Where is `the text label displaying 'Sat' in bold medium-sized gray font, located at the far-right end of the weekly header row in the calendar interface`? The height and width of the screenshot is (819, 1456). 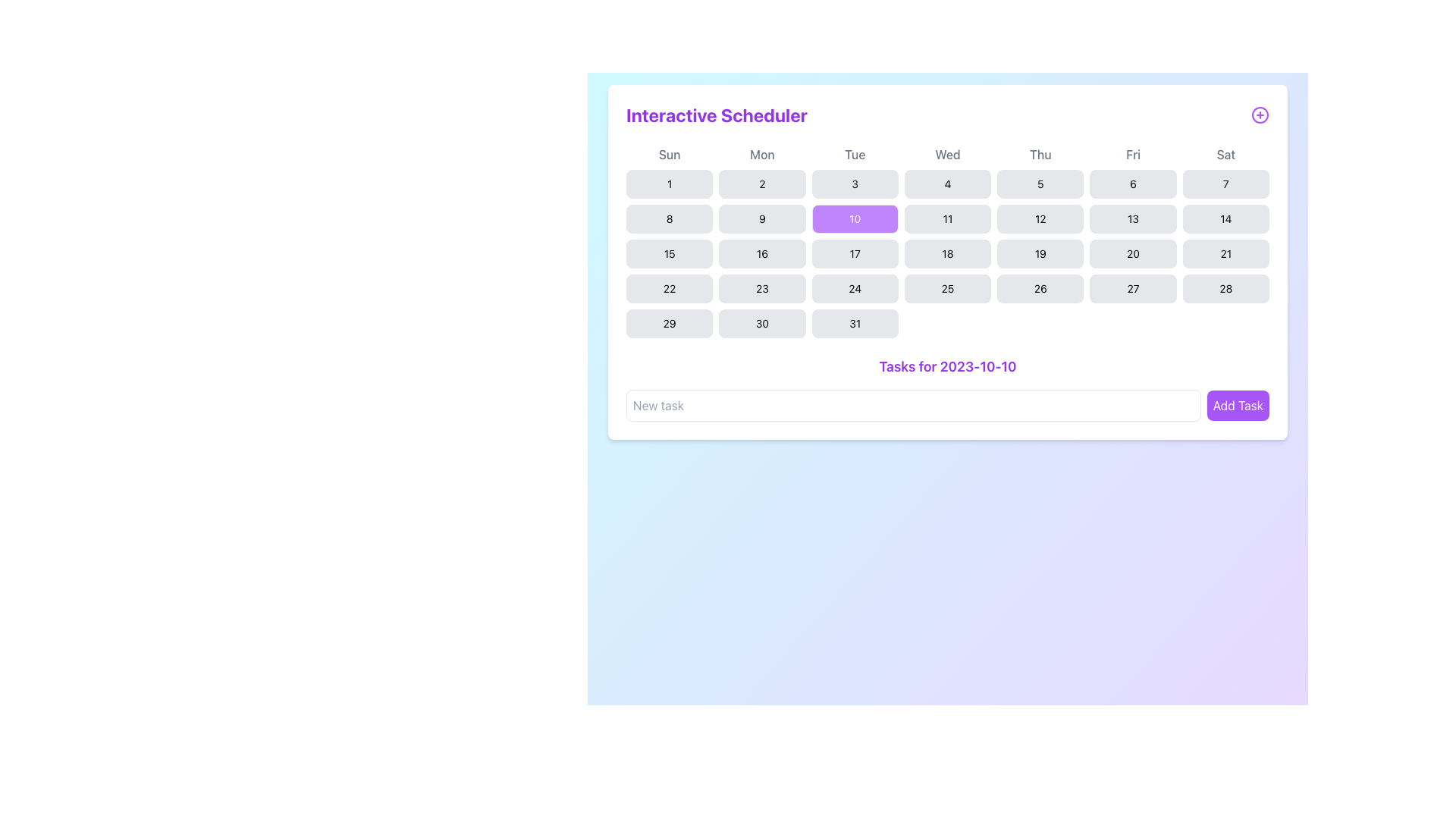 the text label displaying 'Sat' in bold medium-sized gray font, located at the far-right end of the weekly header row in the calendar interface is located at coordinates (1225, 155).